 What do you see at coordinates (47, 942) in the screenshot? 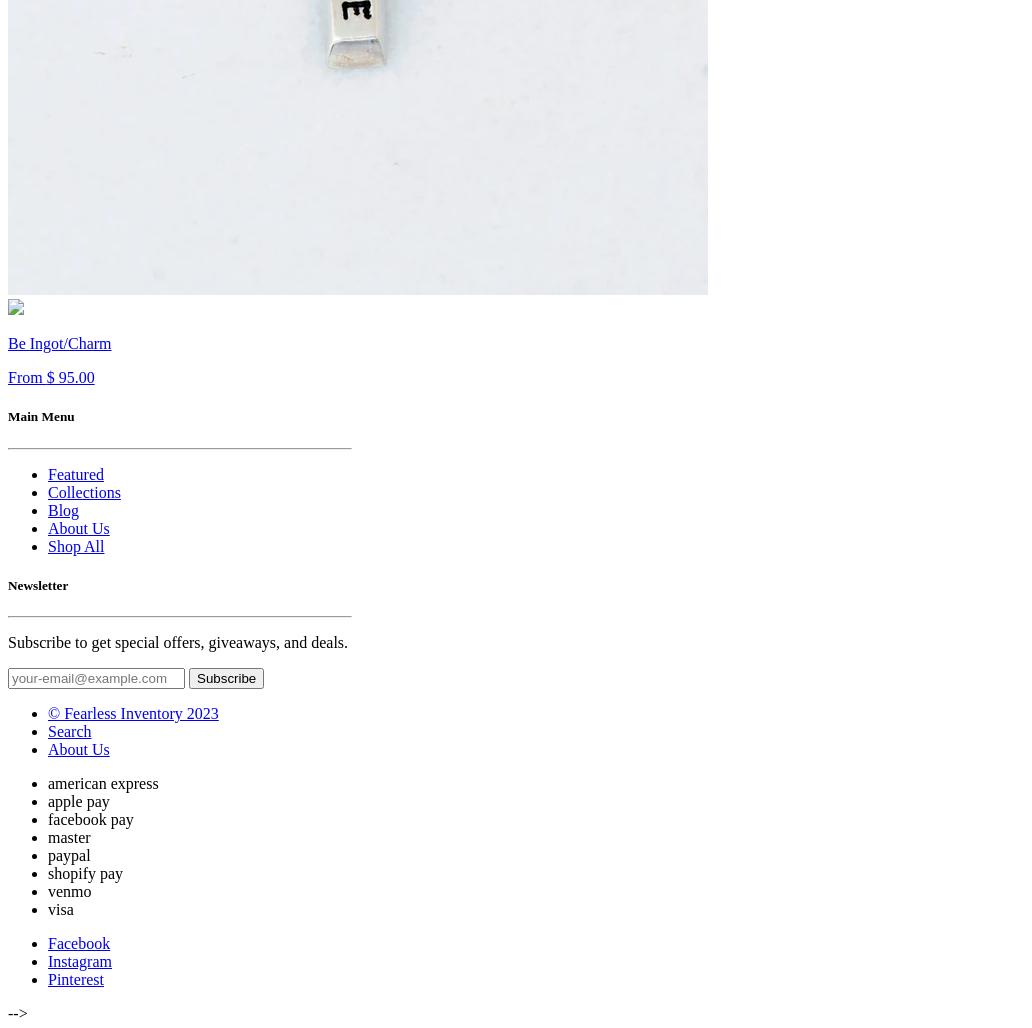
I see `'Facebook'` at bounding box center [47, 942].